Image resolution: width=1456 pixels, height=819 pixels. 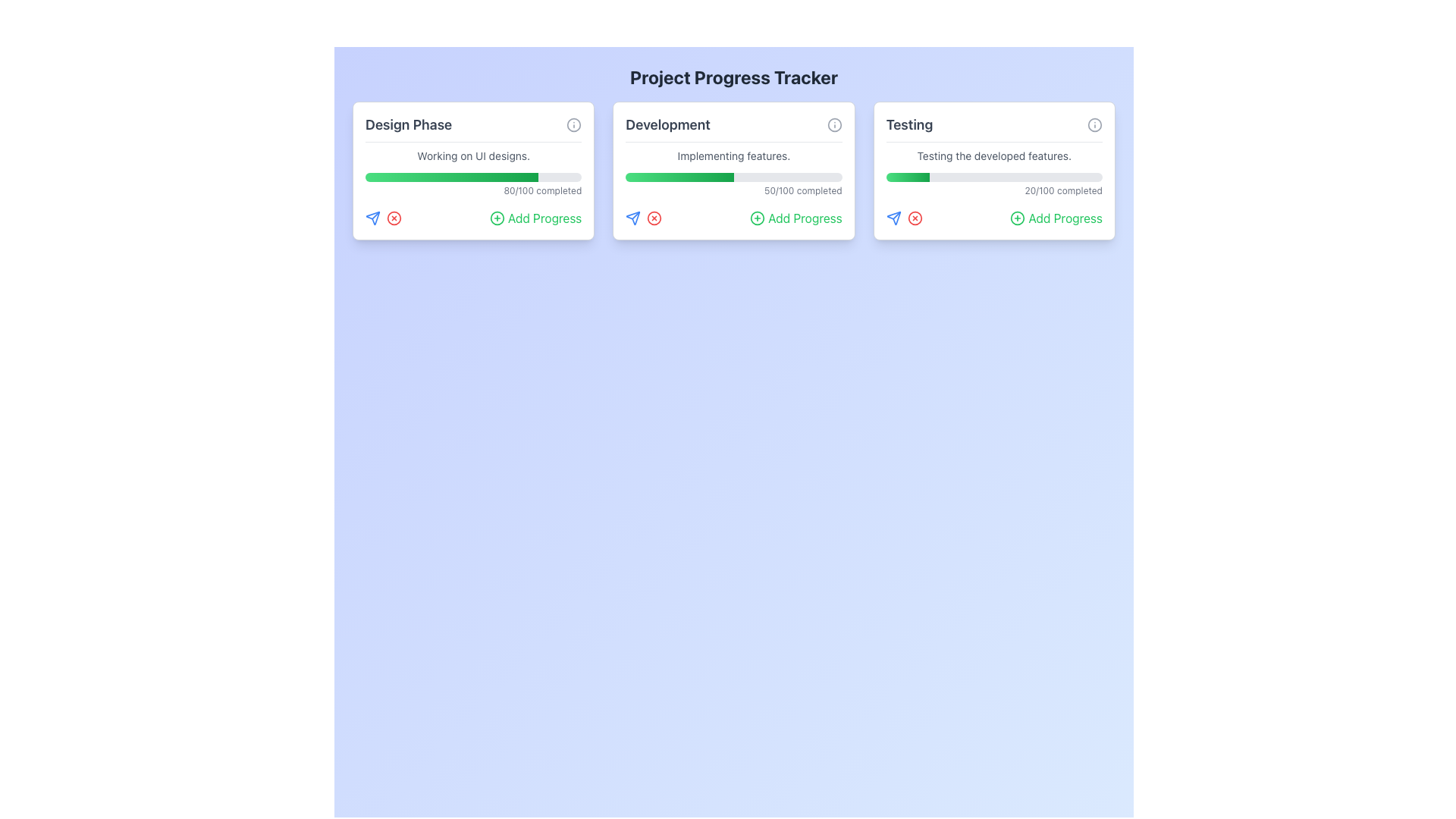 I want to click on value represented by the progress bar indicating 80% completion, located within the 'Design Phase' card below 'Working on UI designs.' and above '80/100 completed.', so click(x=472, y=177).